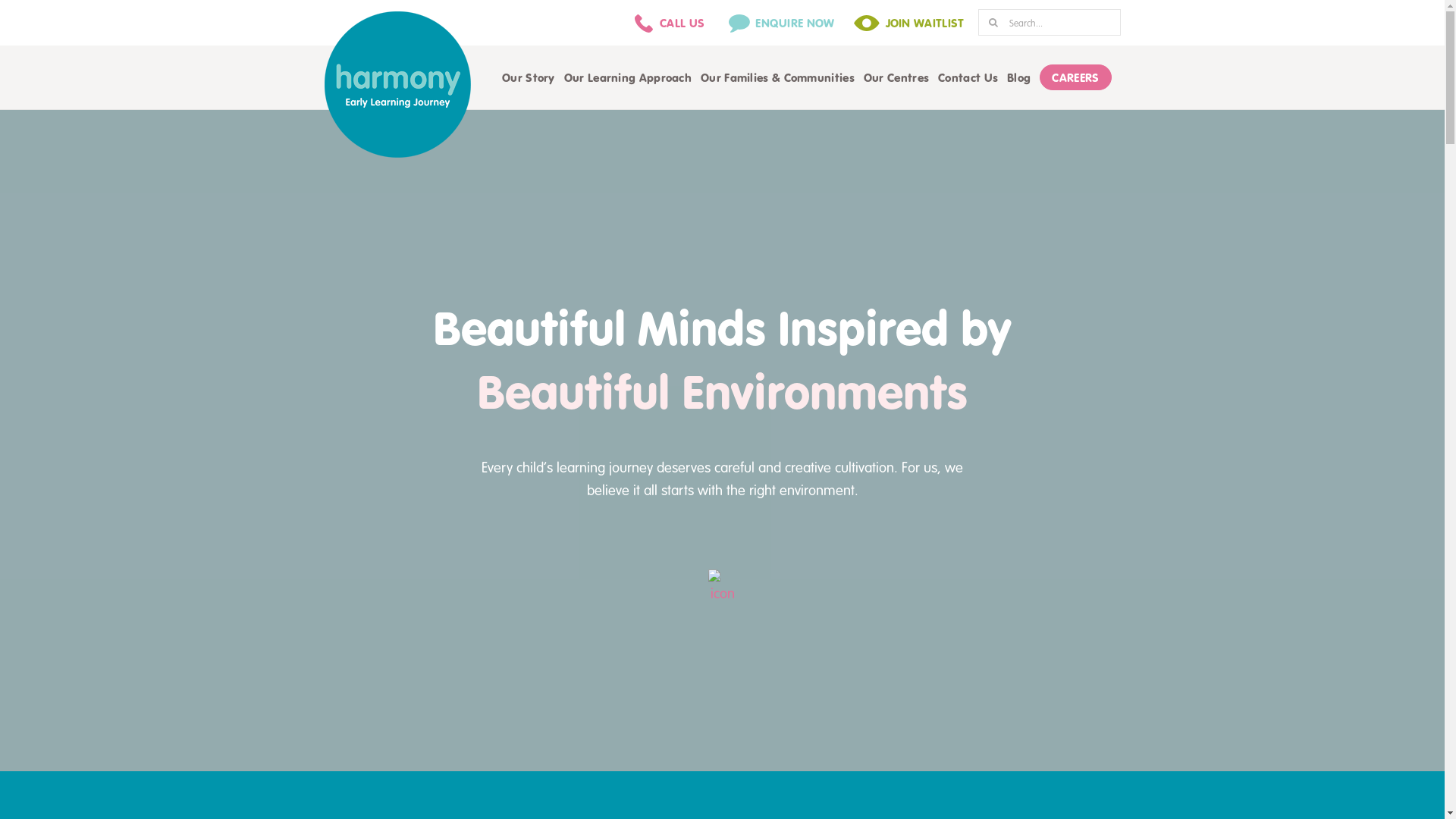  I want to click on 'Our Learning Approach', so click(628, 77).